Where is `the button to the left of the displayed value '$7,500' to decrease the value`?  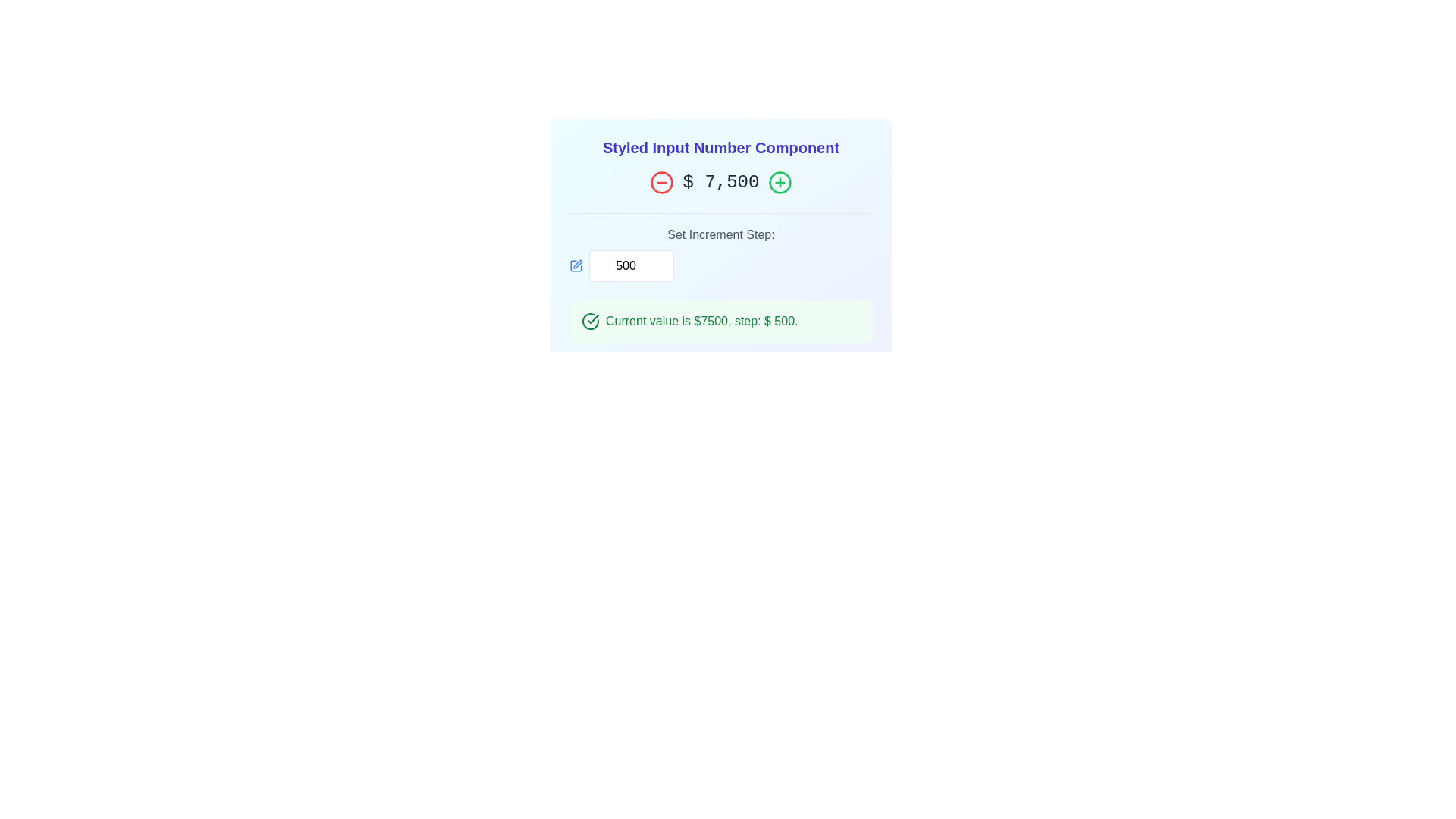
the button to the left of the displayed value '$7,500' to decrease the value is located at coordinates (661, 181).